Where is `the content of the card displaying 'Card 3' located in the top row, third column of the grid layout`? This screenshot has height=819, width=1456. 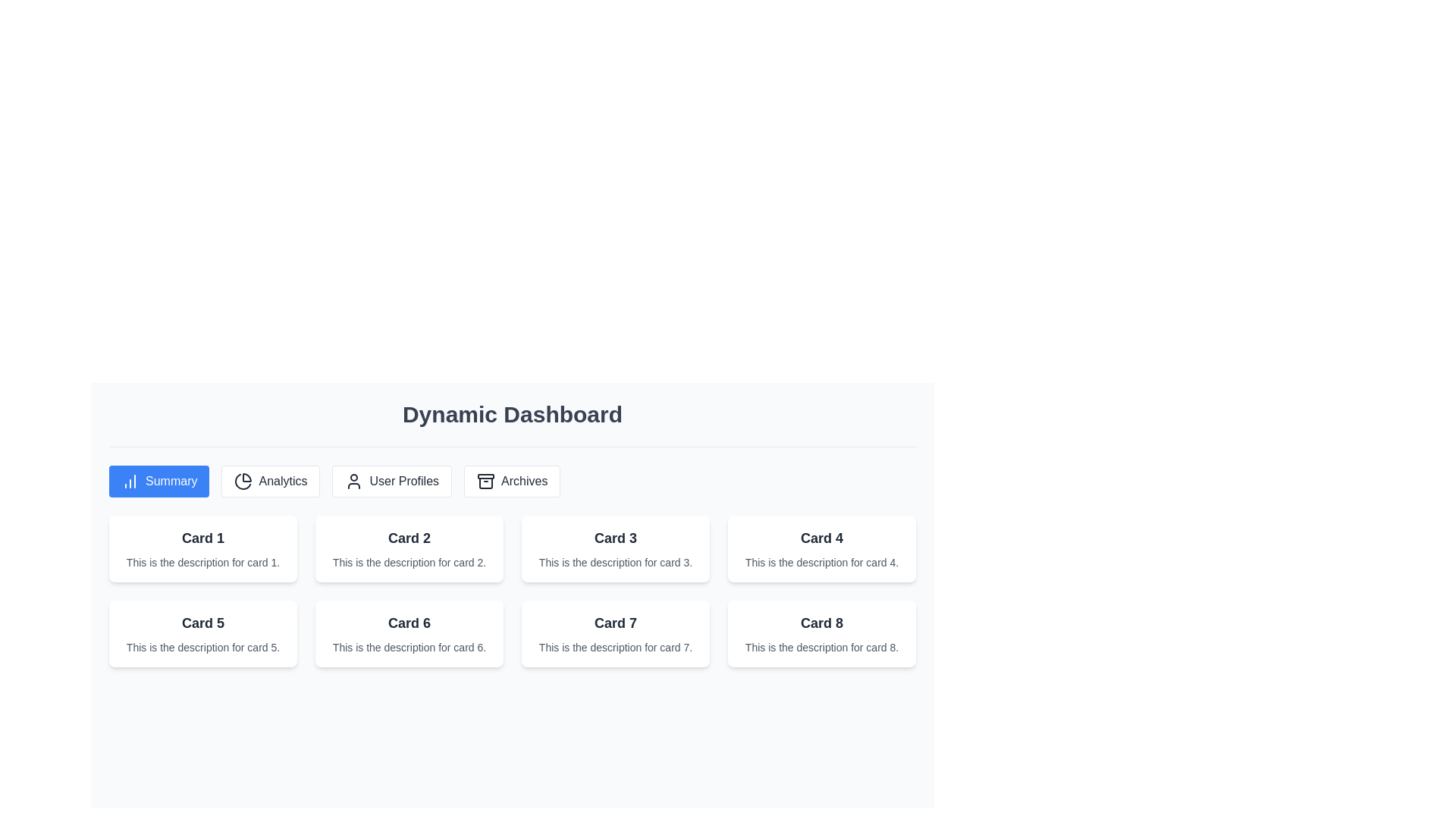 the content of the card displaying 'Card 3' located in the top row, third column of the grid layout is located at coordinates (615, 549).